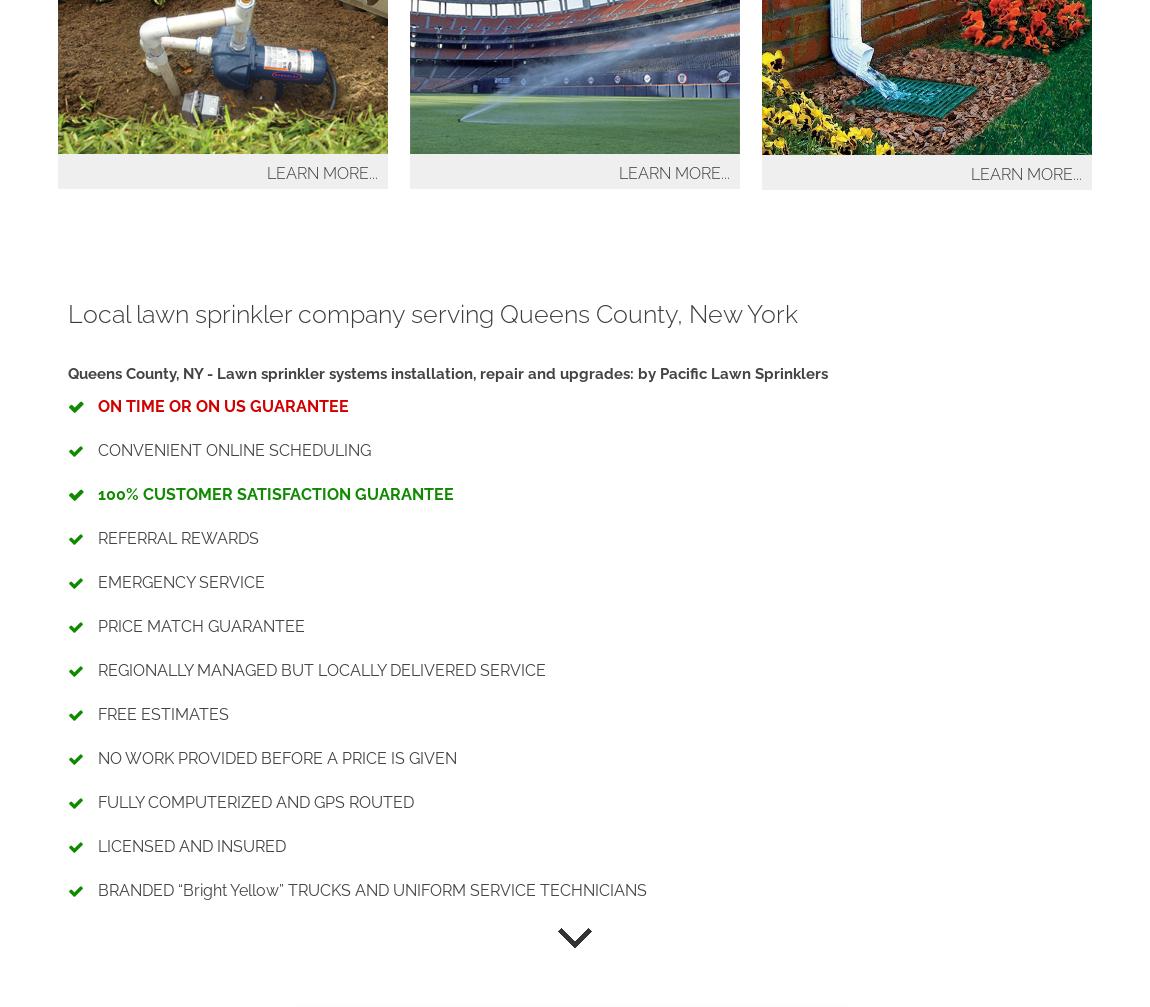 The width and height of the screenshot is (1150, 1007). What do you see at coordinates (66, 312) in the screenshot?
I see `'Local lawn sprinkler company serving Queens County, New York'` at bounding box center [66, 312].